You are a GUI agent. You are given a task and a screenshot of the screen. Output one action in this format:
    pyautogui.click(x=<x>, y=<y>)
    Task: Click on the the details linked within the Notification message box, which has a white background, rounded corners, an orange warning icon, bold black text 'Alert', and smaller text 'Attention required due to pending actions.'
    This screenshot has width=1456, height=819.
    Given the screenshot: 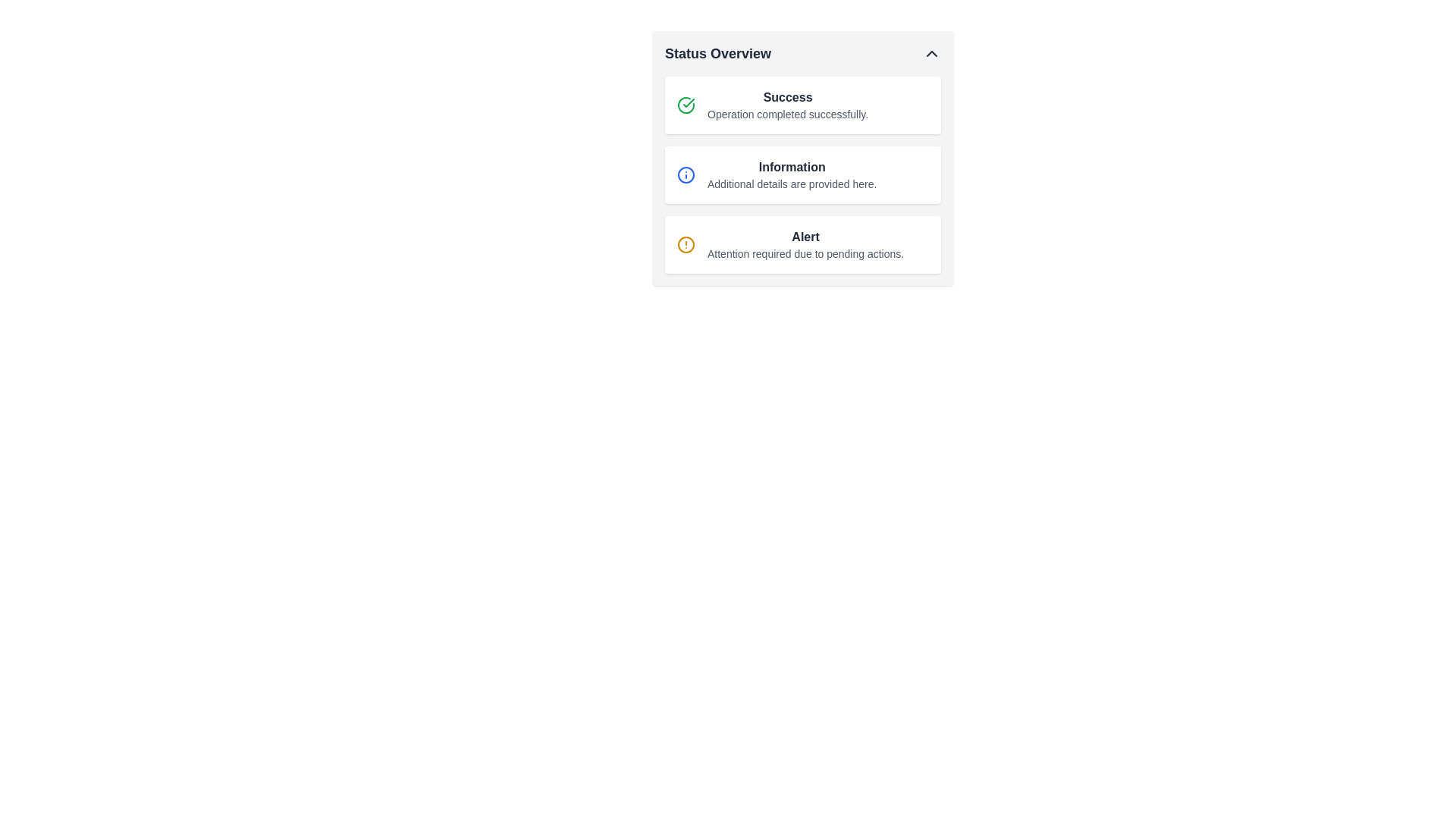 What is the action you would take?
    pyautogui.click(x=802, y=244)
    